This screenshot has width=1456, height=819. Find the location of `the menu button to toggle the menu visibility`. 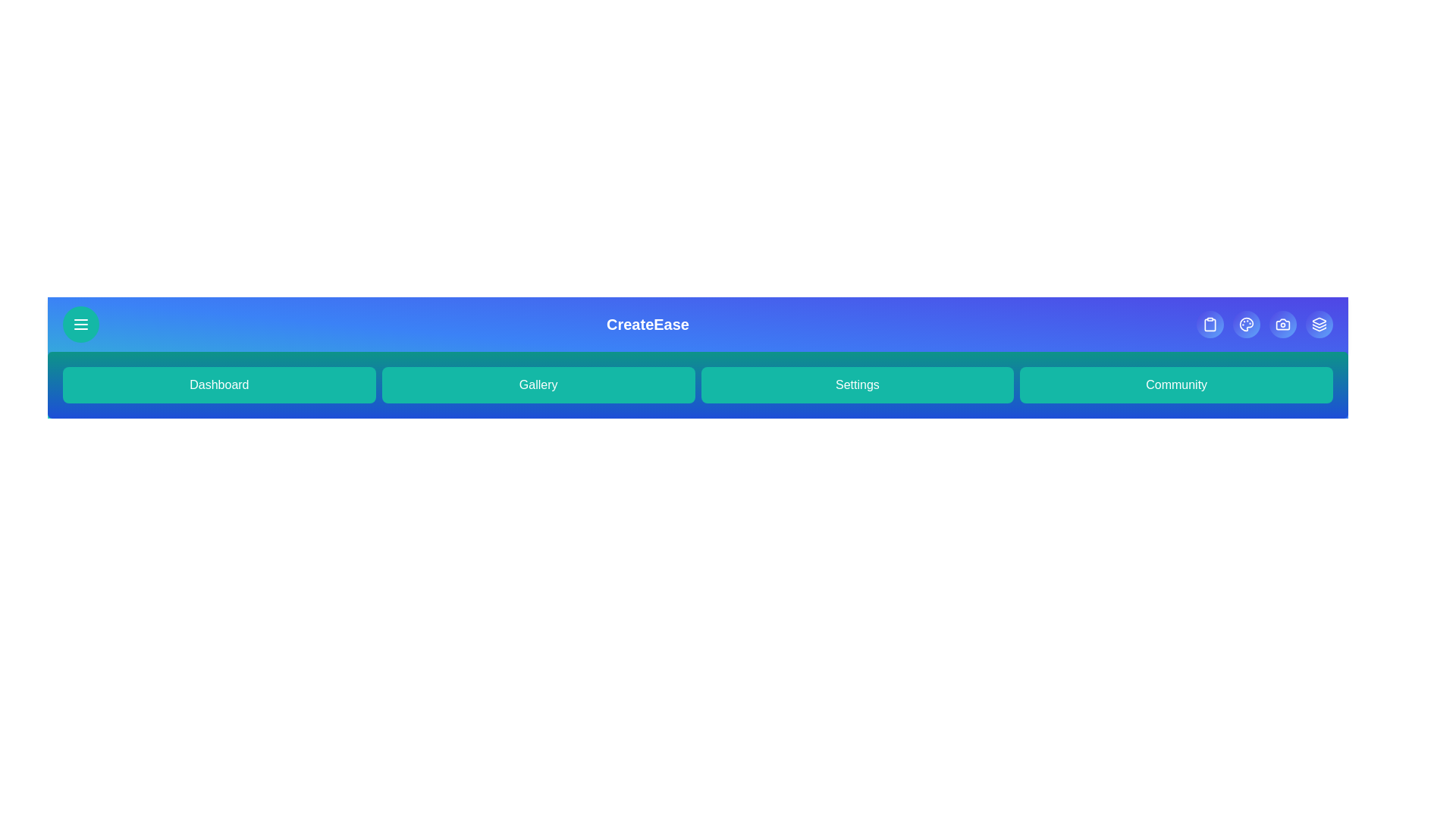

the menu button to toggle the menu visibility is located at coordinates (80, 324).